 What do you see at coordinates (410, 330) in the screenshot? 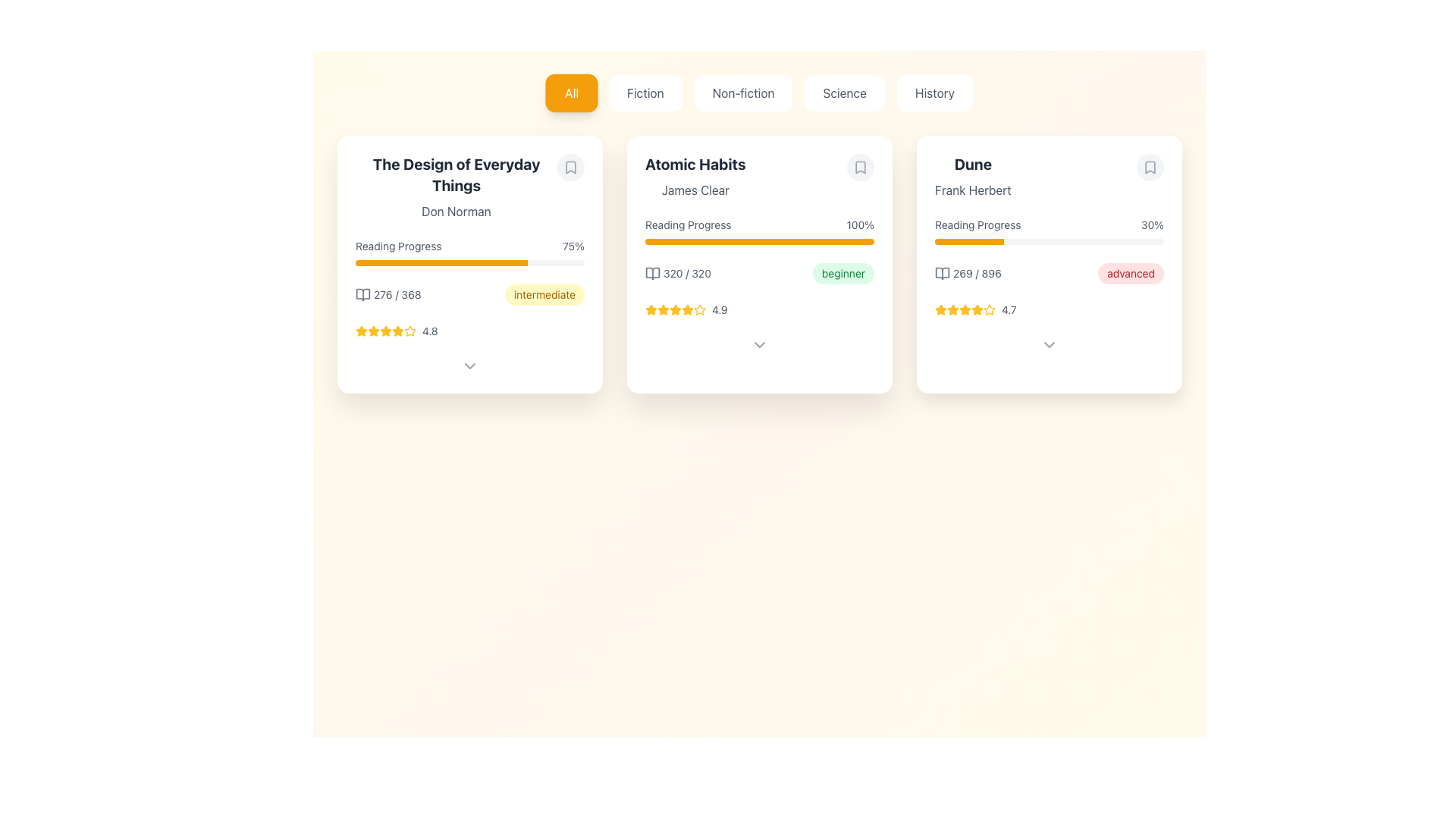
I see `the star icon representing the rating for 'The Design of Everyday Things' in the first card of the interface` at bounding box center [410, 330].